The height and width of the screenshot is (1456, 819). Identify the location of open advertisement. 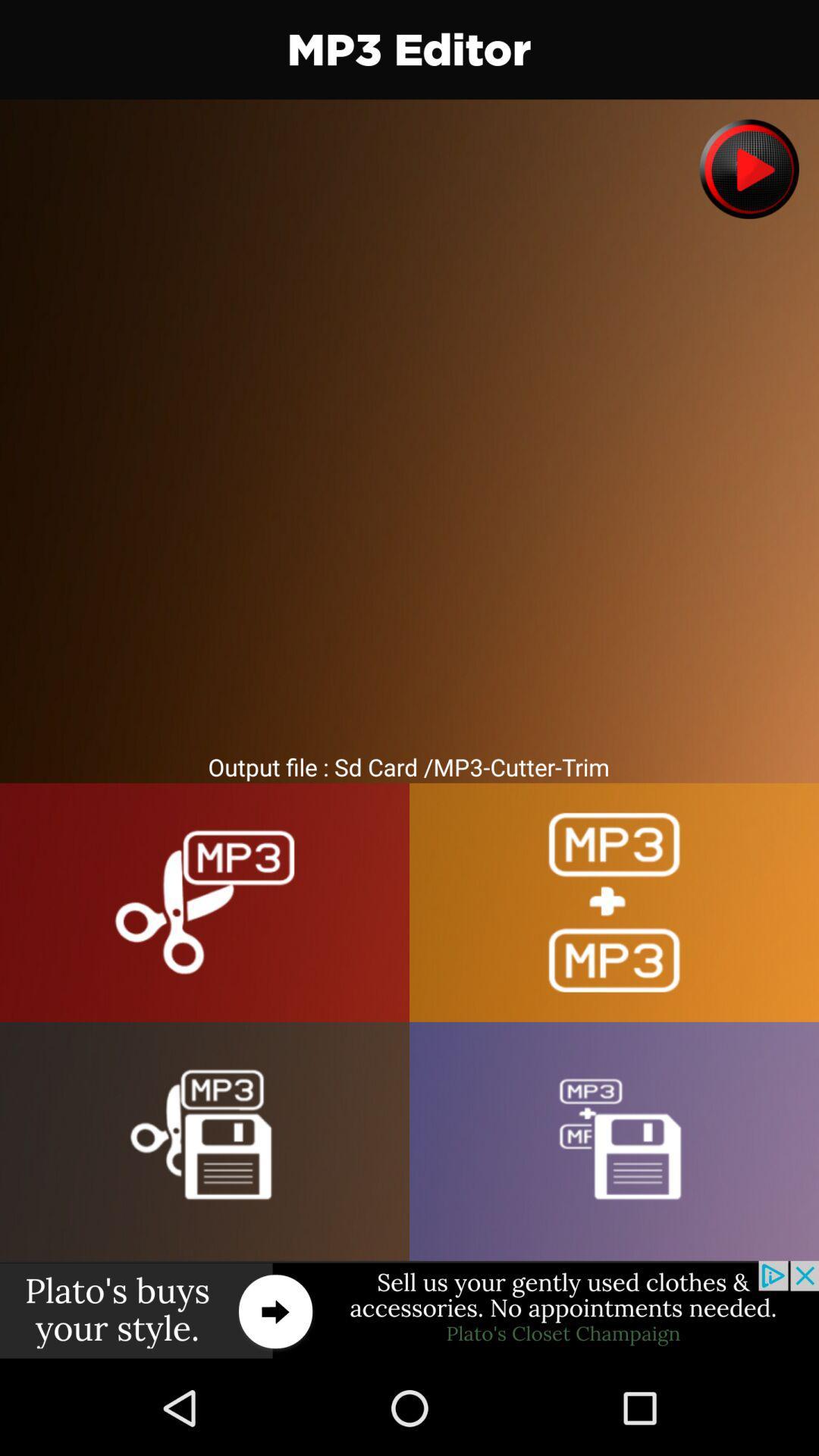
(409, 1310).